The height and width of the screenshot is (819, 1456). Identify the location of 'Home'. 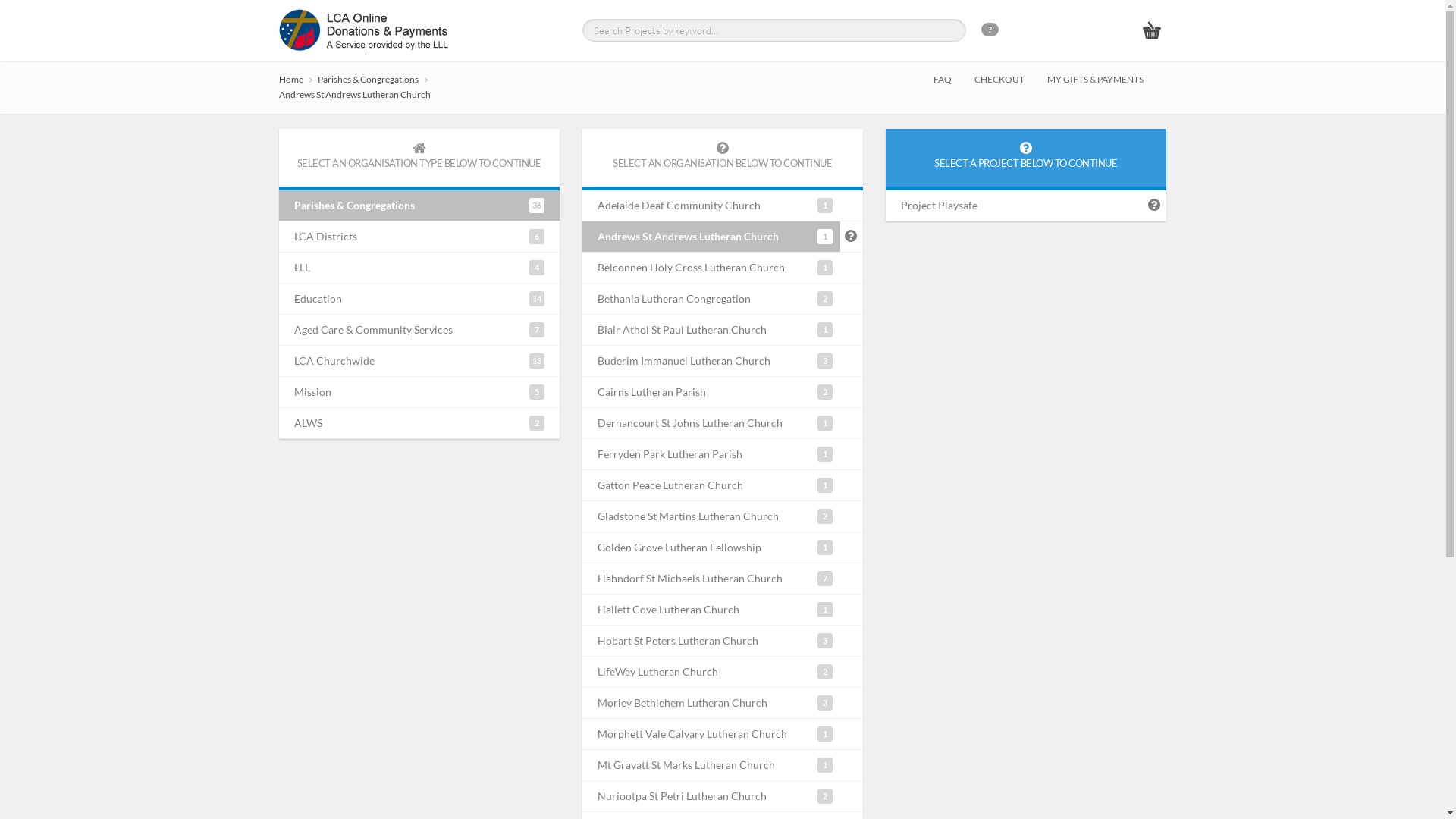
(297, 79).